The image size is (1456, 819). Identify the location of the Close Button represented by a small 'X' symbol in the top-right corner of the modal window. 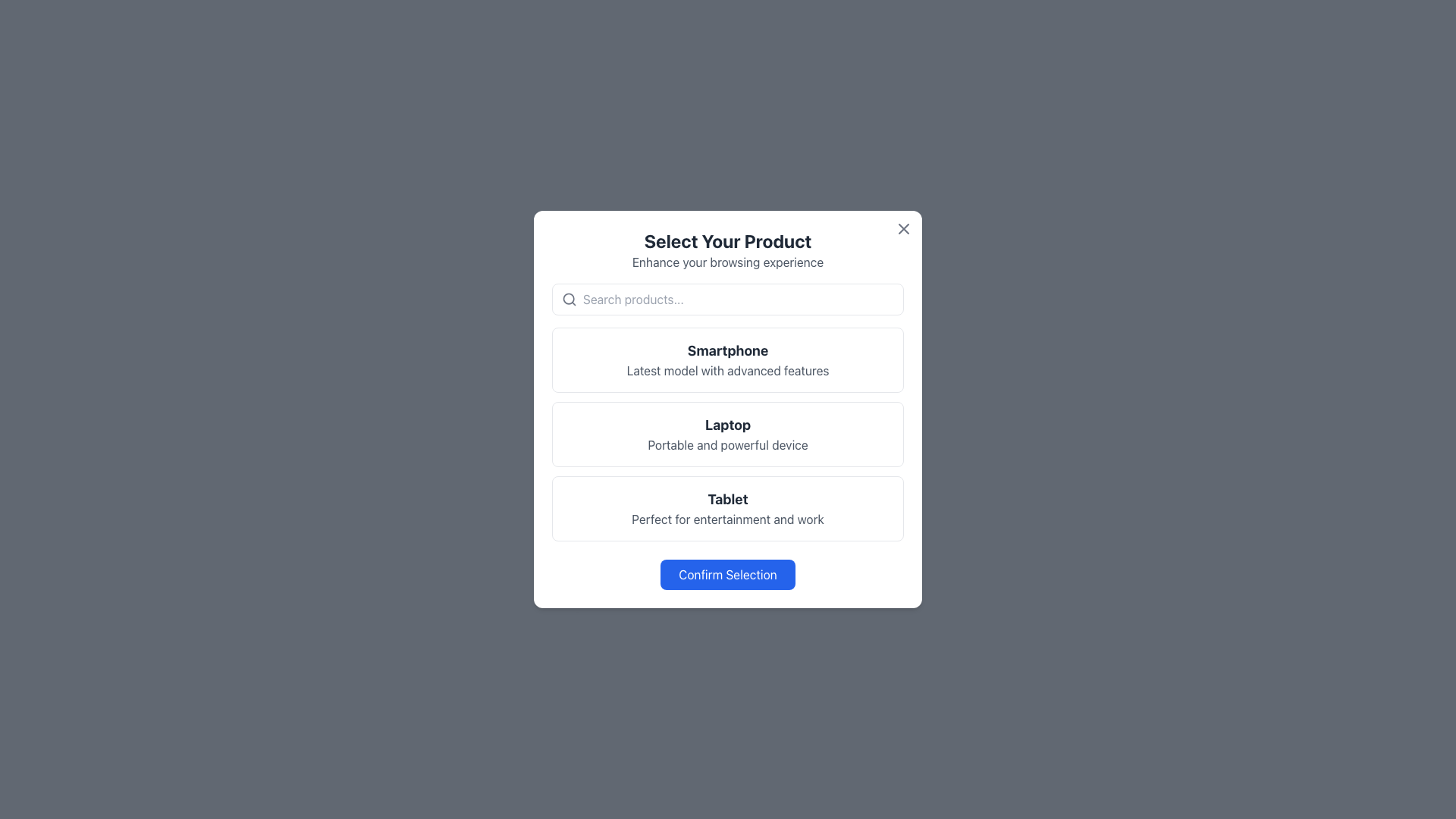
(903, 228).